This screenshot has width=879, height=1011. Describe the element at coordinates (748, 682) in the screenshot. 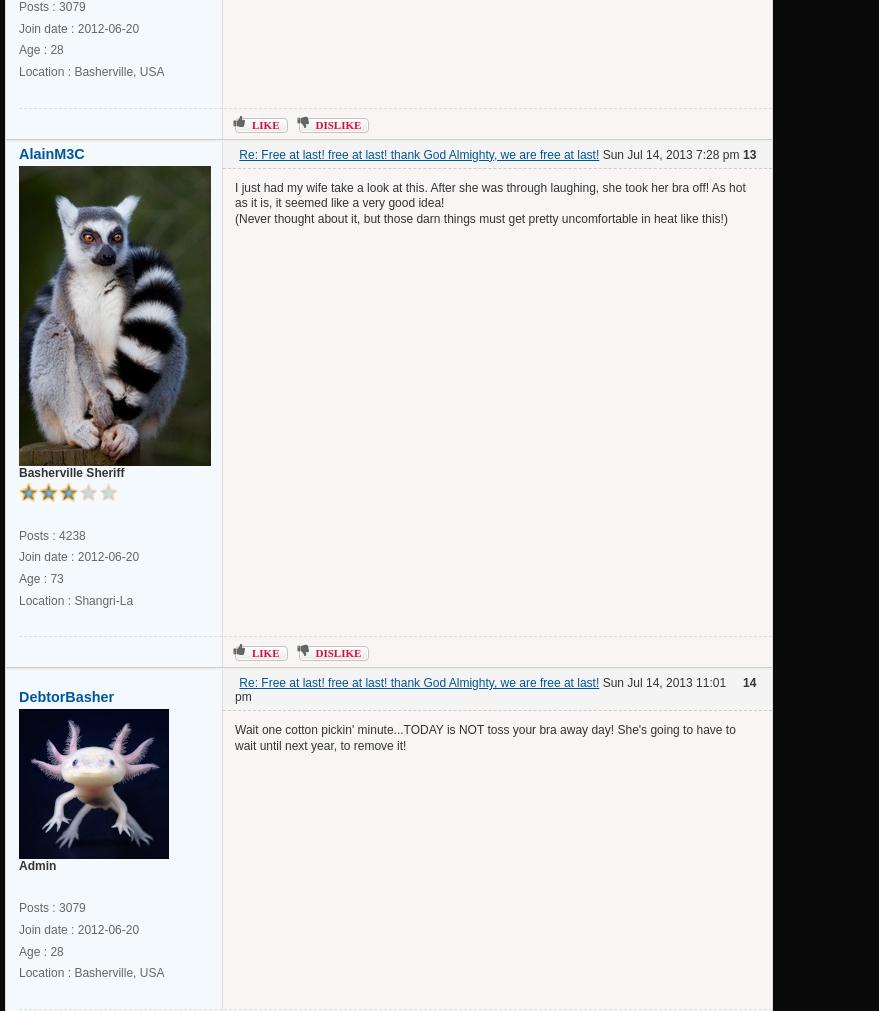

I see `'14'` at that location.